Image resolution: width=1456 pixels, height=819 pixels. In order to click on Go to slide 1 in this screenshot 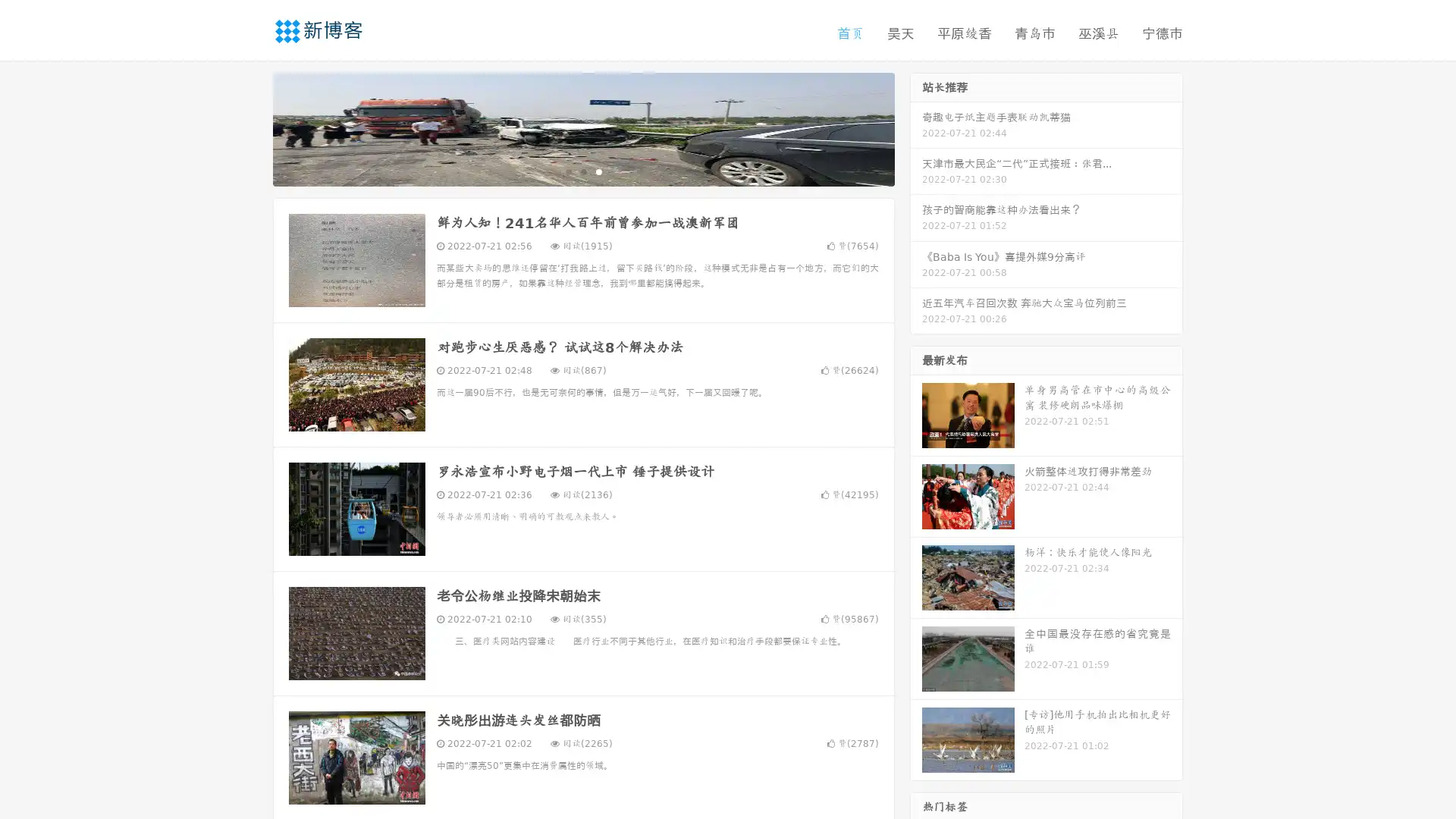, I will do `click(567, 171)`.